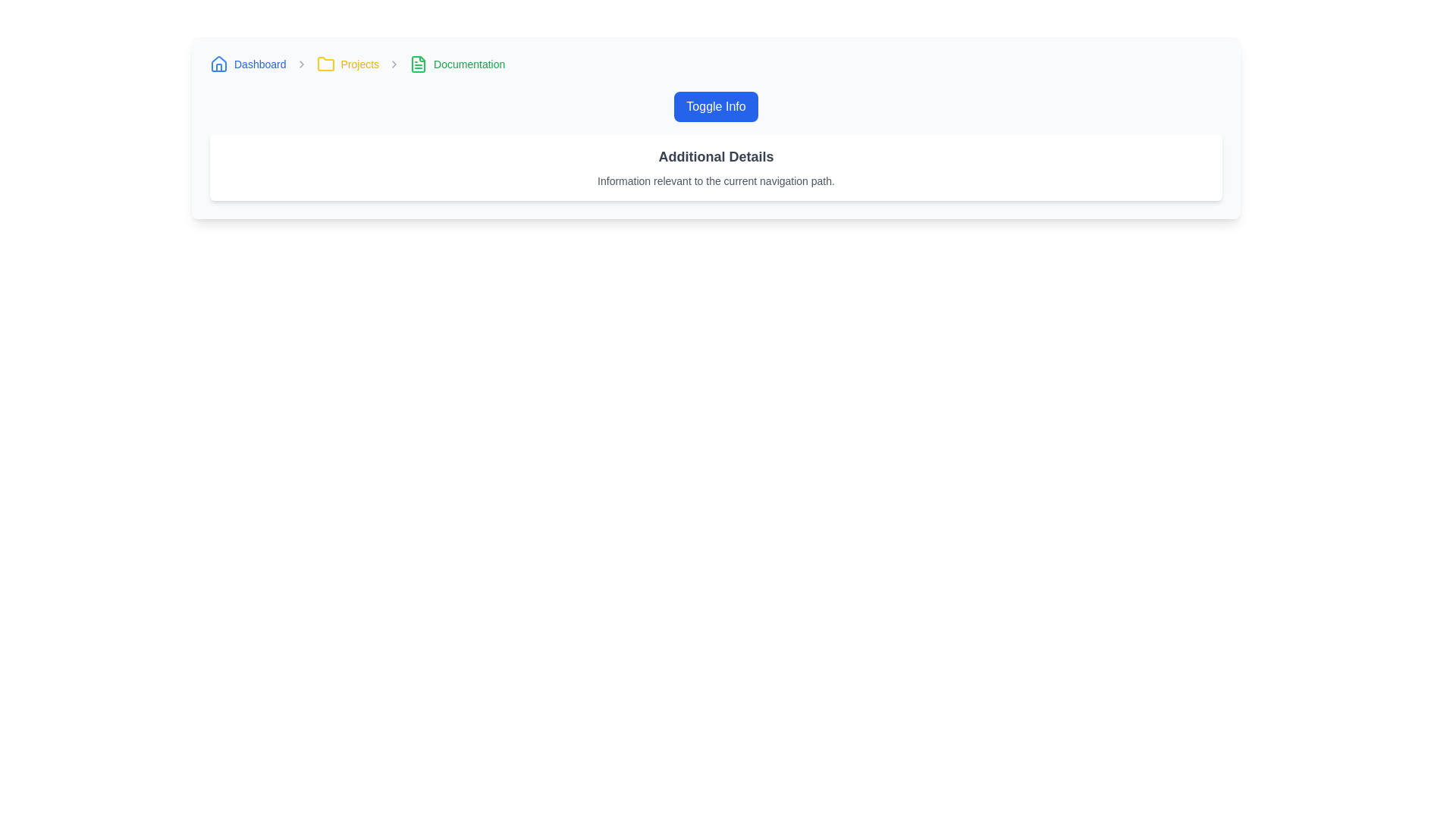 Image resolution: width=1456 pixels, height=819 pixels. What do you see at coordinates (715, 180) in the screenshot?
I see `supplementary details provided by the text label located directly beneath the 'Additional Details' label in the UI` at bounding box center [715, 180].